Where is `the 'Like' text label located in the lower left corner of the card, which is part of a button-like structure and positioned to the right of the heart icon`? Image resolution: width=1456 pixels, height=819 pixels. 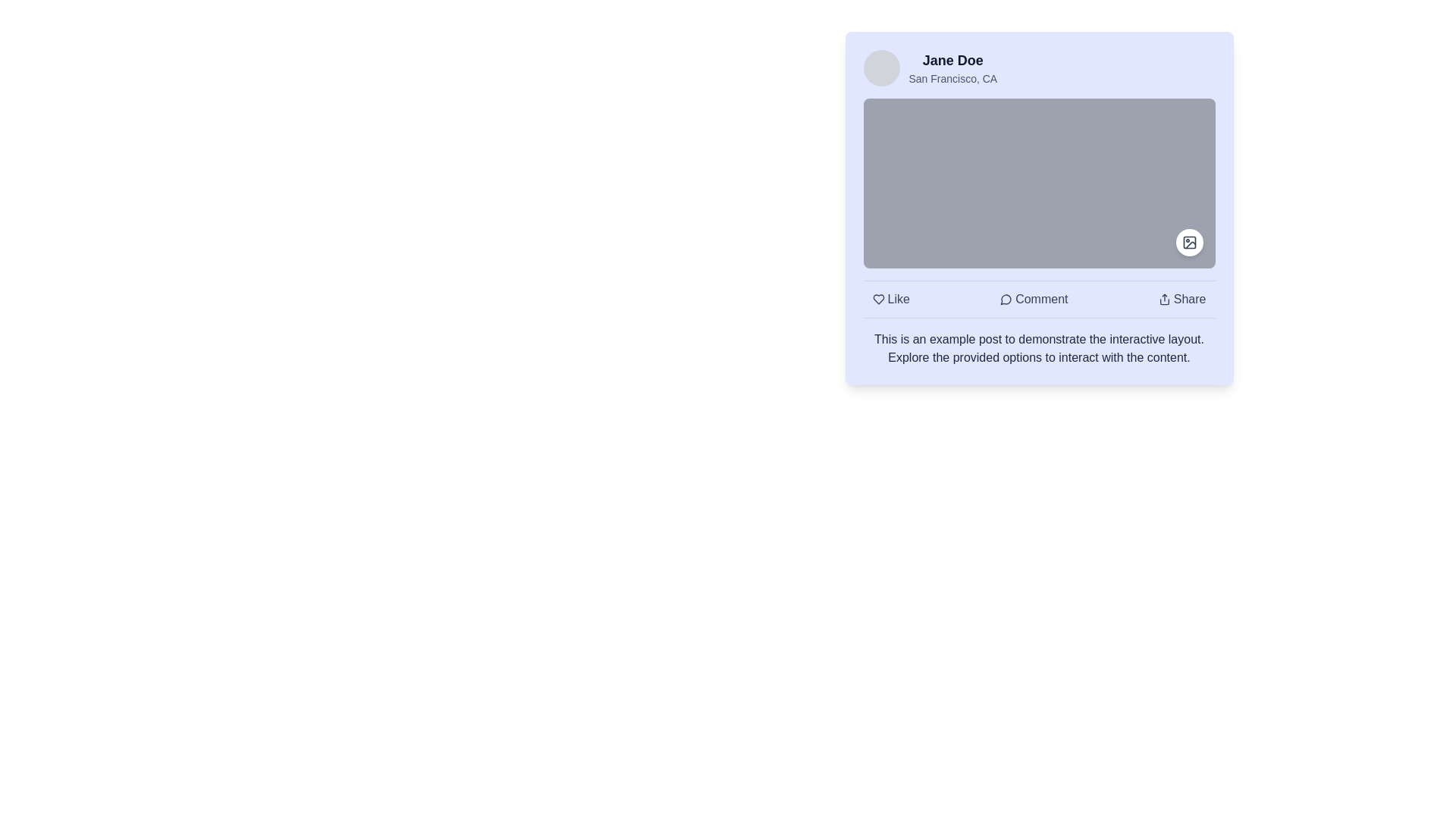 the 'Like' text label located in the lower left corner of the card, which is part of a button-like structure and positioned to the right of the heart icon is located at coordinates (899, 299).